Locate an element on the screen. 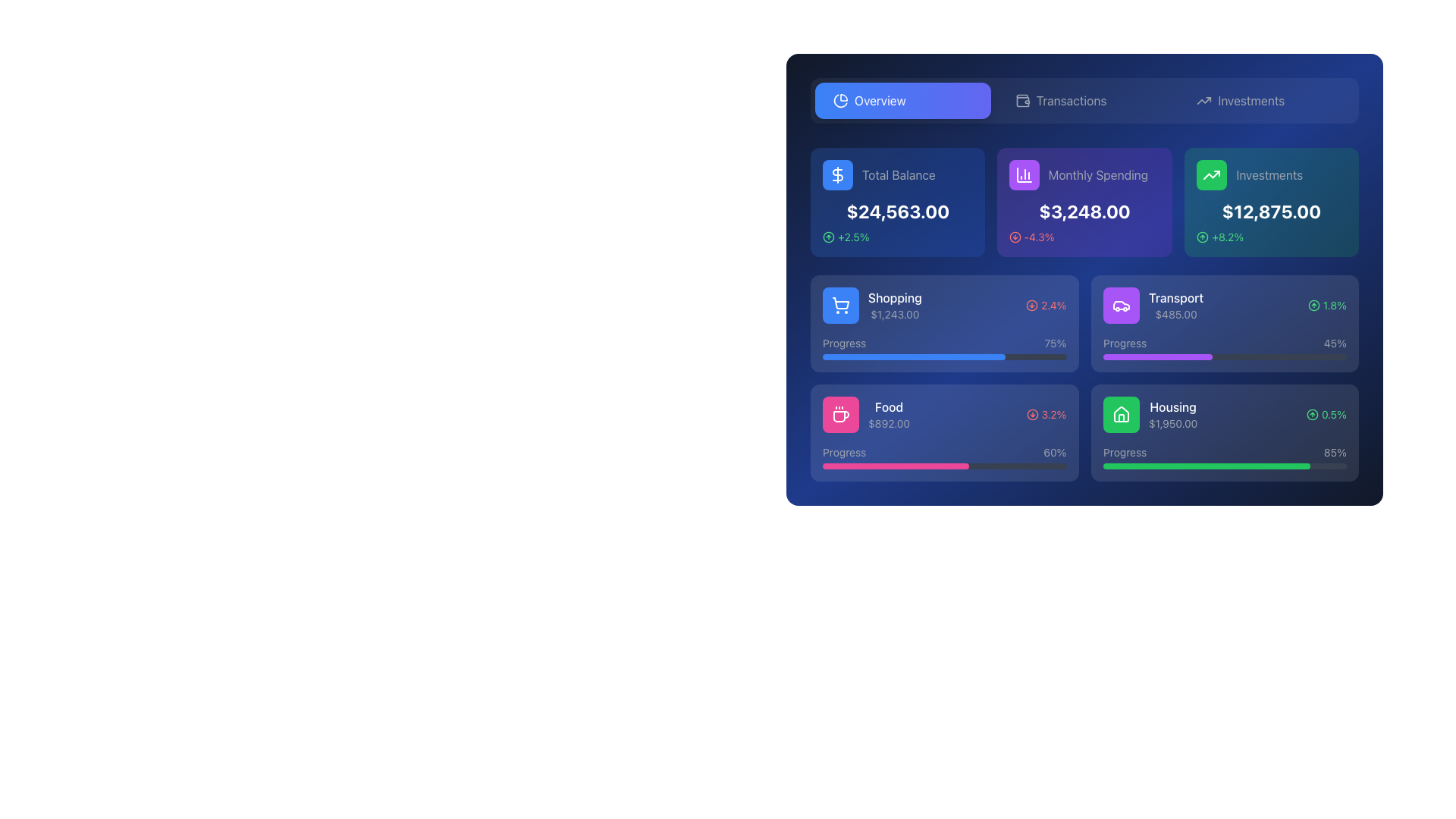 Image resolution: width=1456 pixels, height=819 pixels. the 'Shopping' button located in the upper half of the dashboard interface, adjacent to the text elements 'Shopping' and '$1,243.00' is located at coordinates (839, 305).